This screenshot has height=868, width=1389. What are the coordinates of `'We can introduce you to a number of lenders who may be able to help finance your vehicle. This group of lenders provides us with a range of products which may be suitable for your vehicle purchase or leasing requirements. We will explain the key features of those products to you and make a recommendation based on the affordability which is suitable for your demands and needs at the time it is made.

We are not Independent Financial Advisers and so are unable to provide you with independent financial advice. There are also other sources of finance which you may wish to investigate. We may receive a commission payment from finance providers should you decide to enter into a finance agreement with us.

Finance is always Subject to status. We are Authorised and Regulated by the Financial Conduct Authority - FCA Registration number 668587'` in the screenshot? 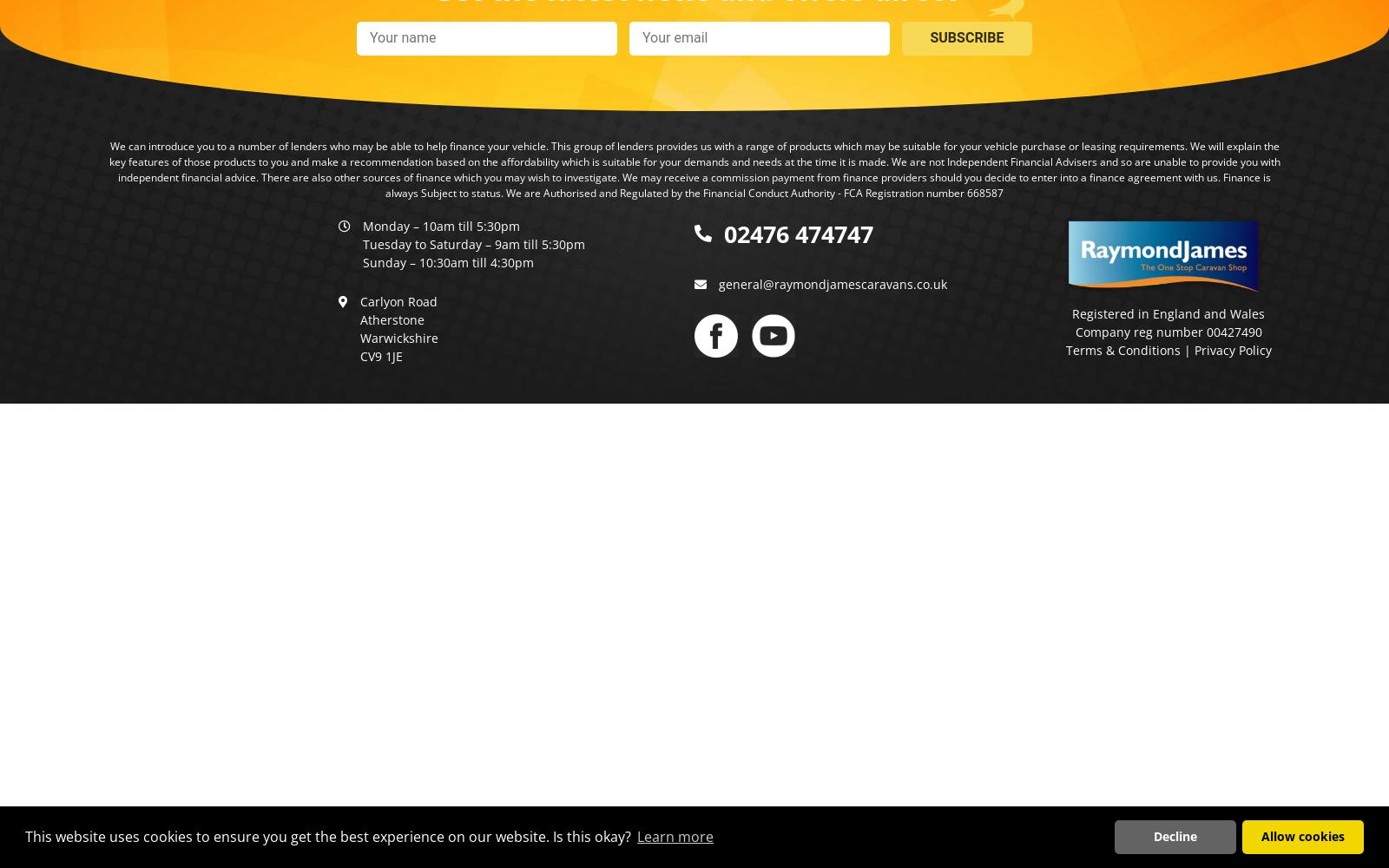 It's located at (107, 168).